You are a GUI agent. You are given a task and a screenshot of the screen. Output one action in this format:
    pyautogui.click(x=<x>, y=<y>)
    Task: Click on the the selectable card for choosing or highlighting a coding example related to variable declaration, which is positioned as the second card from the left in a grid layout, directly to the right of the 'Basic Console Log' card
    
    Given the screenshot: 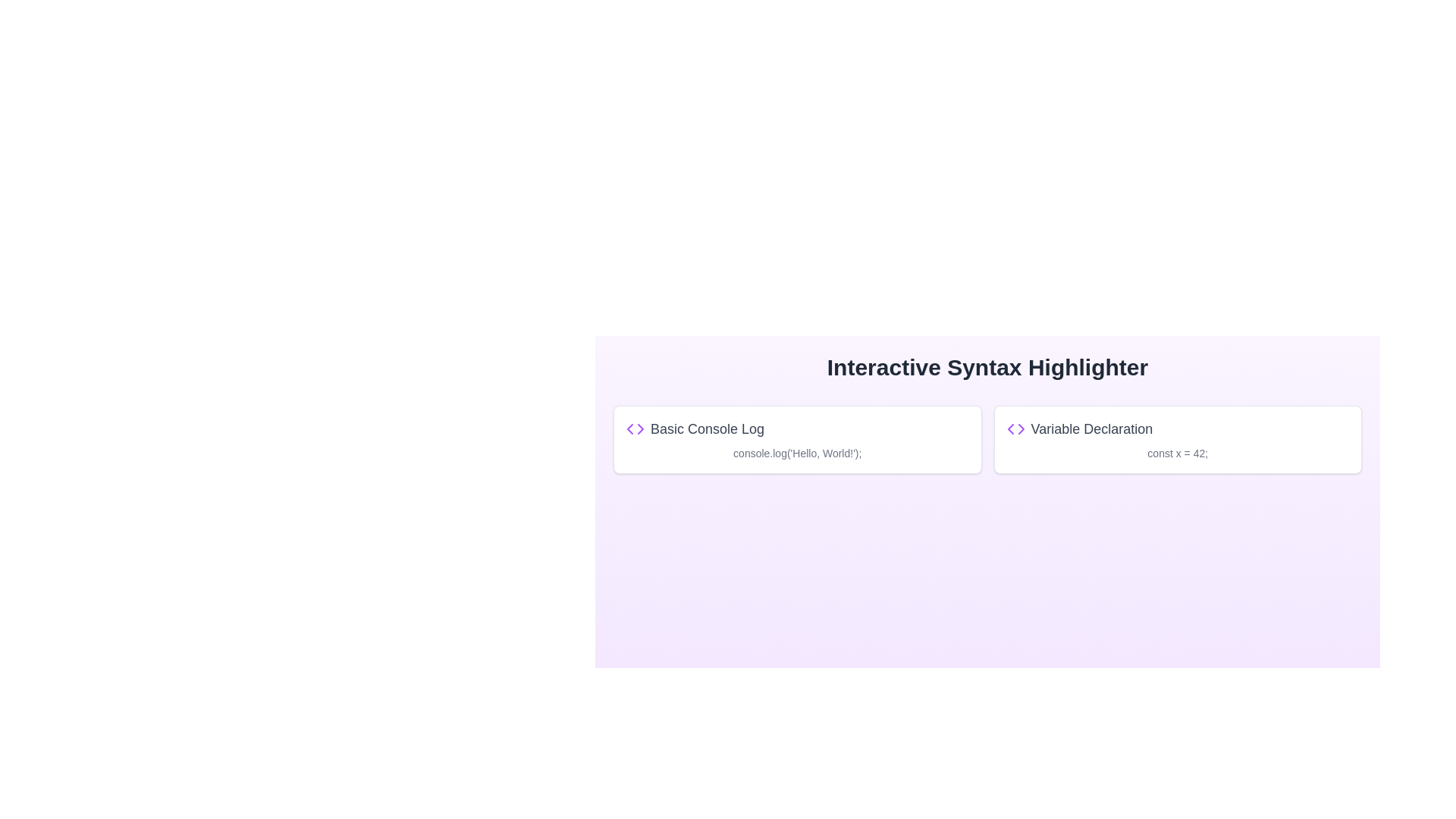 What is the action you would take?
    pyautogui.click(x=1177, y=439)
    